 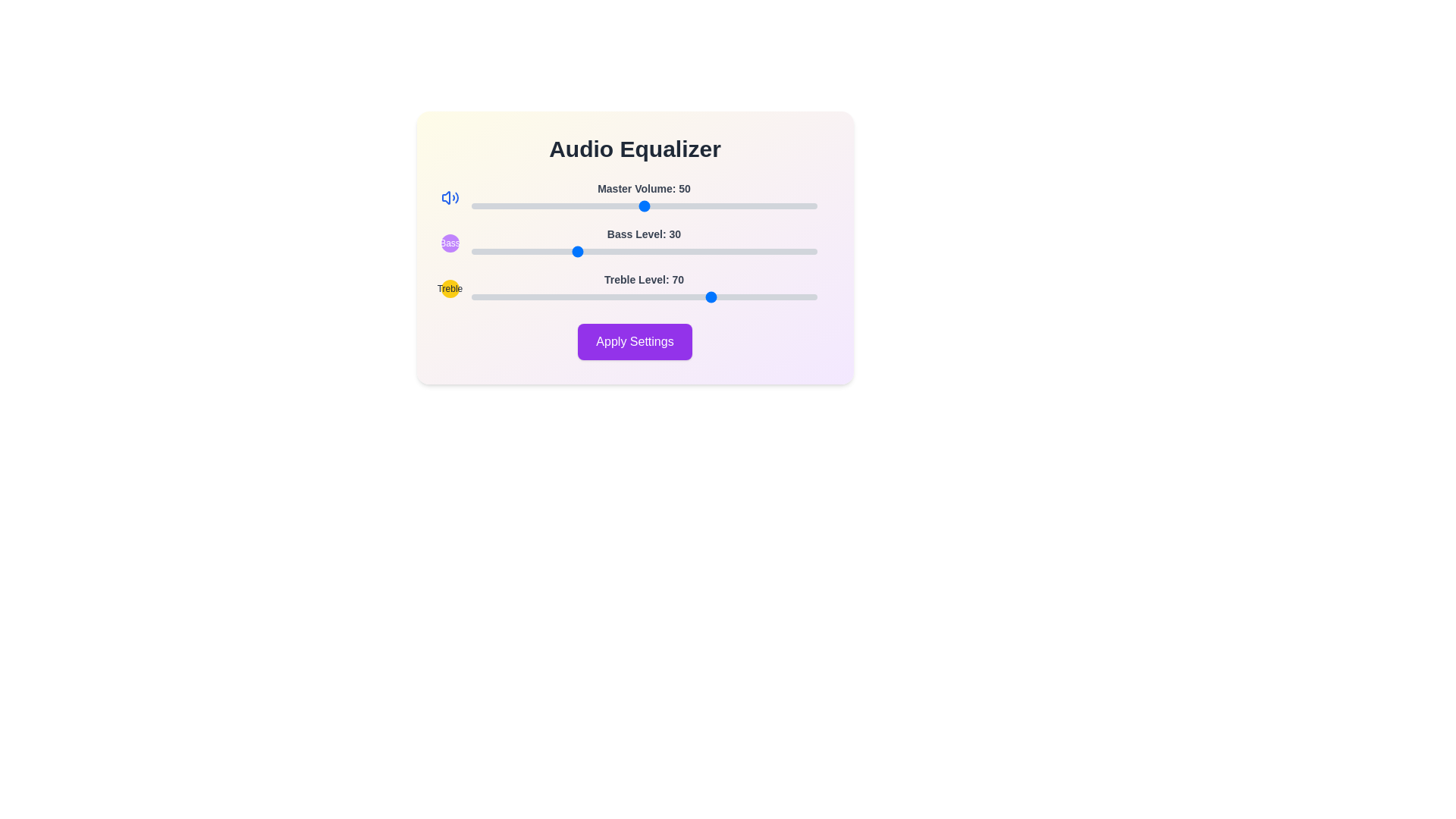 I want to click on bass level, so click(x=664, y=250).